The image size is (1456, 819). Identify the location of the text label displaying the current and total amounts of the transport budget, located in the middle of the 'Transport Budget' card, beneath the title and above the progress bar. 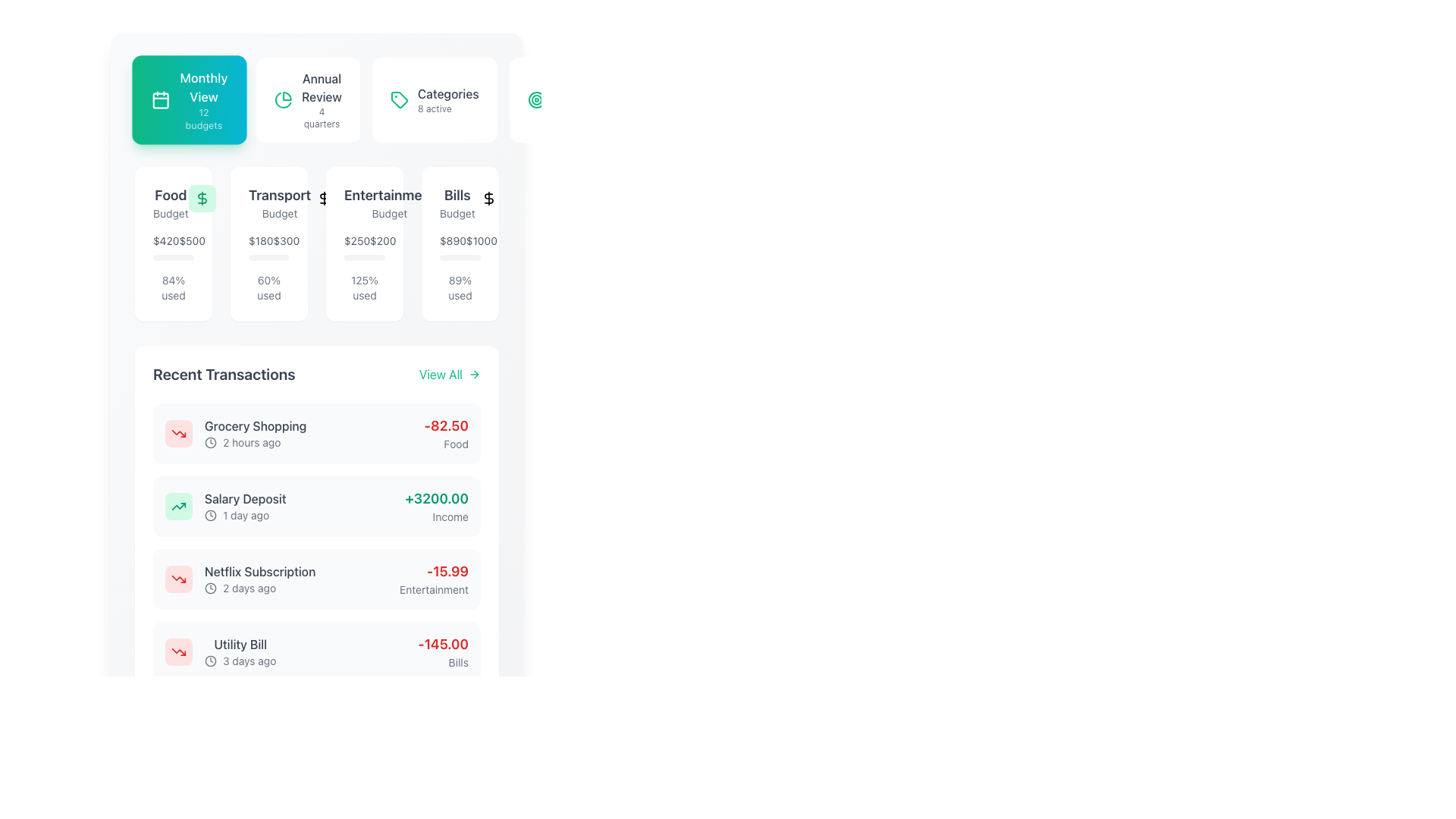
(269, 246).